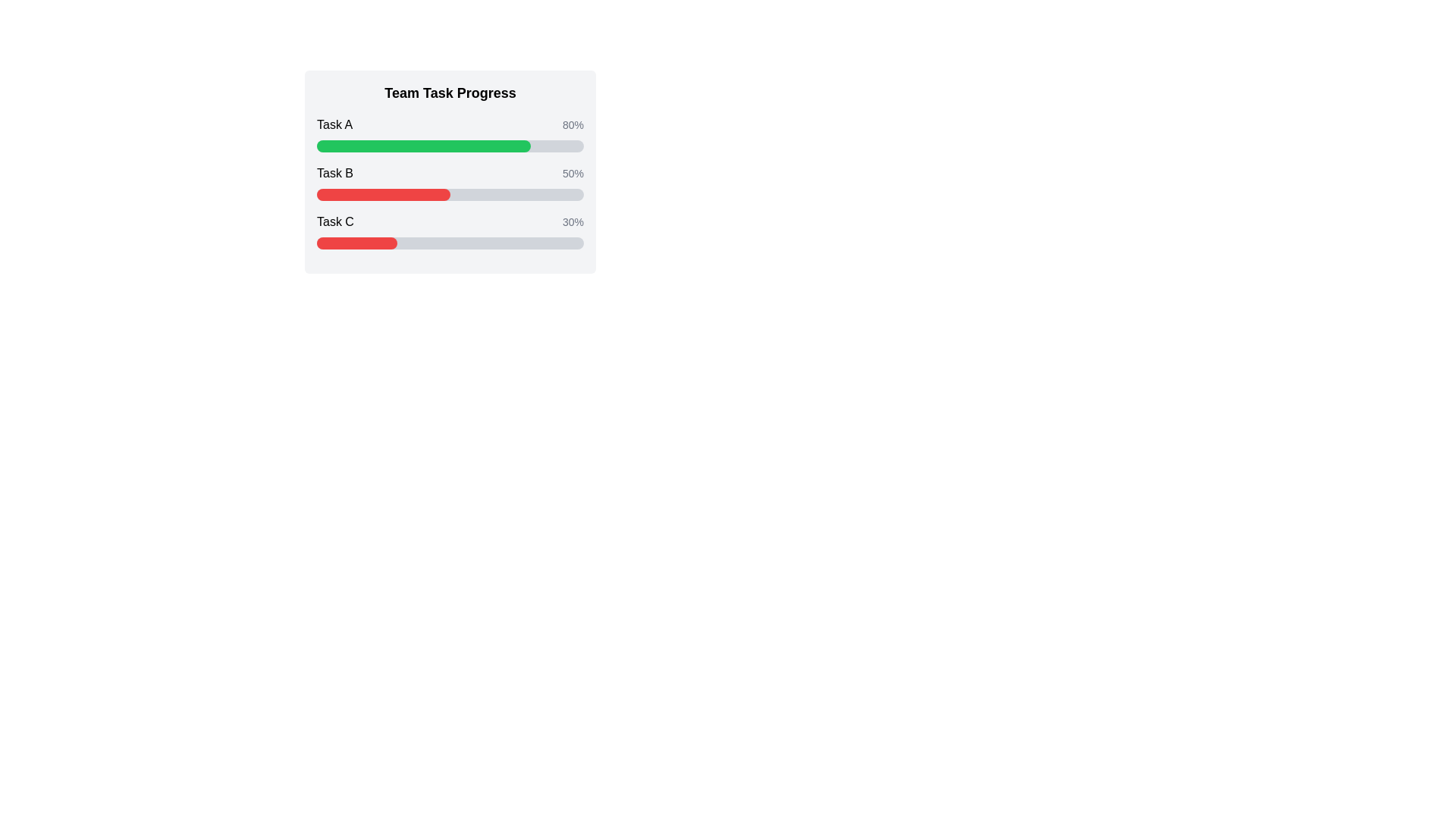 This screenshot has height=819, width=1456. What do you see at coordinates (356, 242) in the screenshot?
I see `the leftmost red progress bar segment of Task C, which is styled with rounded edges and represents a portion of progress` at bounding box center [356, 242].